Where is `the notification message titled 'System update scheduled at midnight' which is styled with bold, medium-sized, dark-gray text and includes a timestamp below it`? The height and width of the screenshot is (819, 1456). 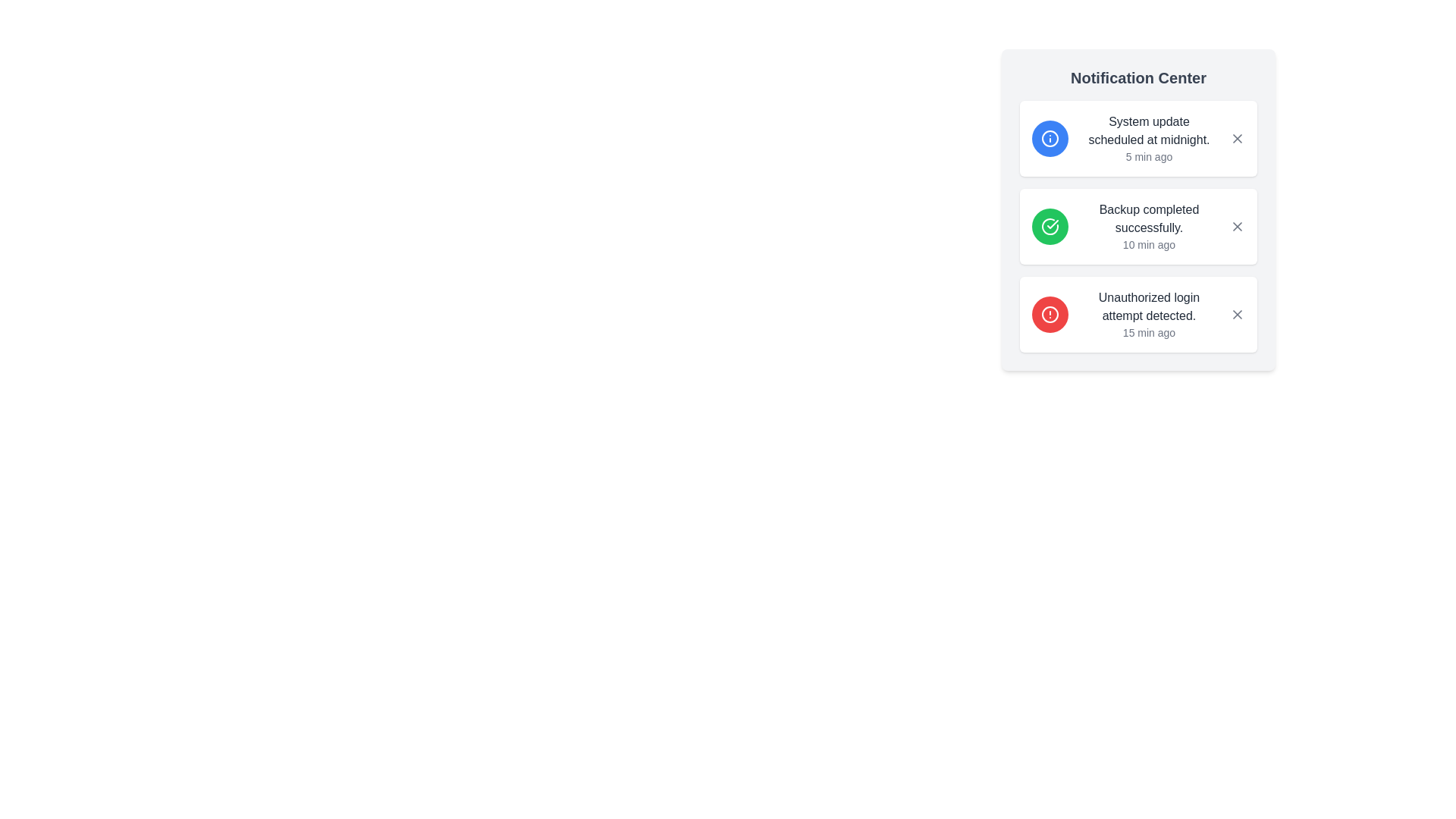
the notification message titled 'System update scheduled at midnight' which is styled with bold, medium-sized, dark-gray text and includes a timestamp below it is located at coordinates (1149, 138).